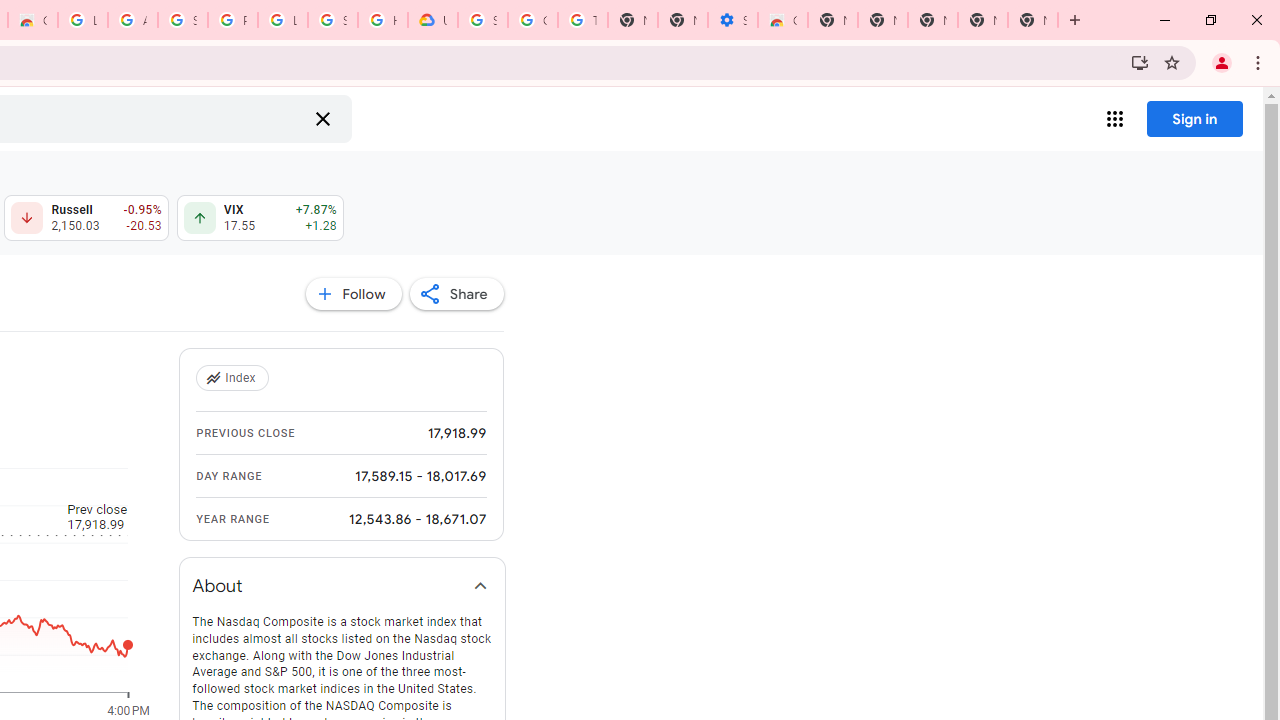  Describe the element at coordinates (85, 218) in the screenshot. I see `'Russell 2,150.03 Down by 0.95% -20.53'` at that location.